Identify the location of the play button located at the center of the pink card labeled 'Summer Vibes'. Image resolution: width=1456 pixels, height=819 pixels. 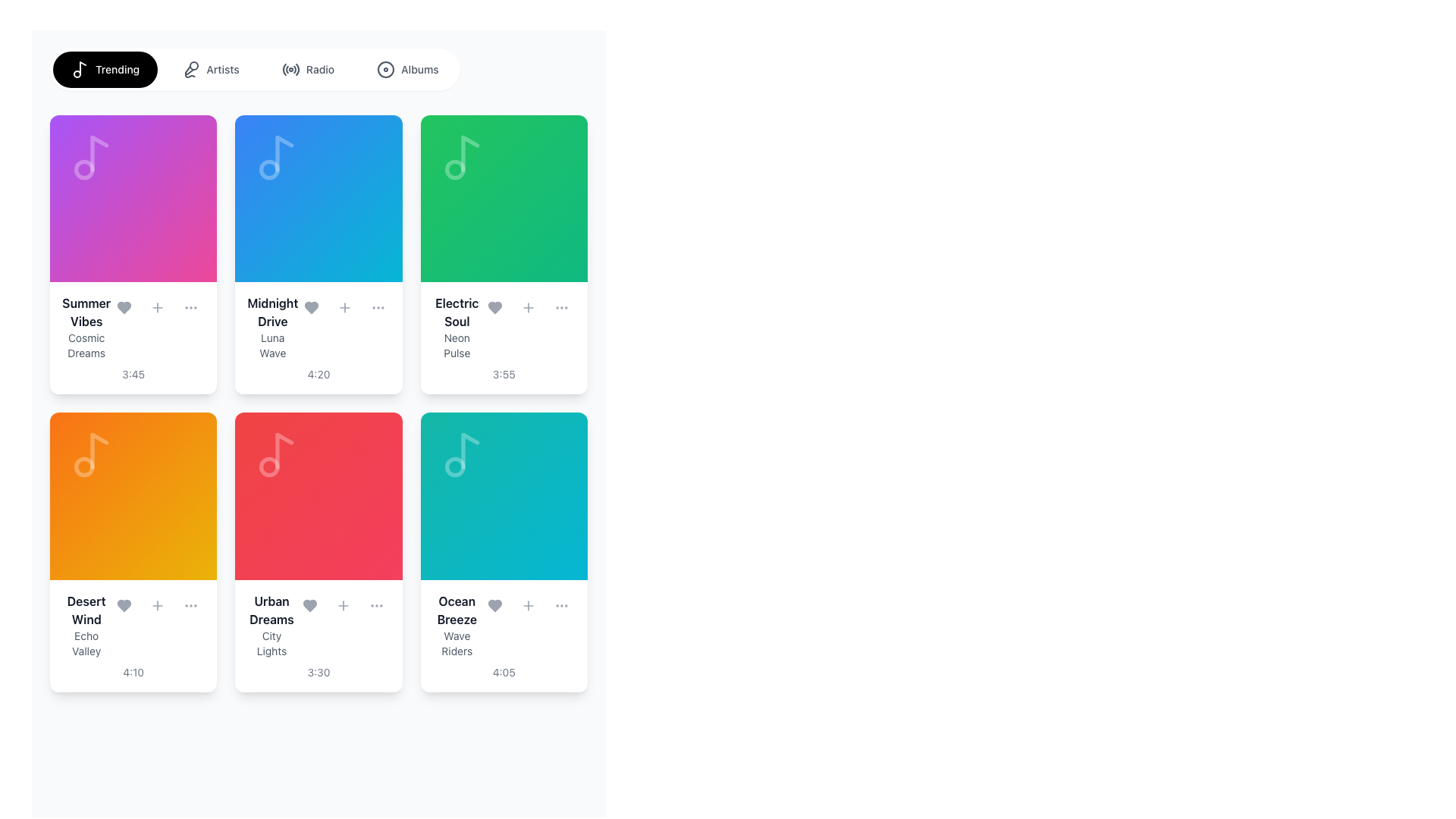
(133, 198).